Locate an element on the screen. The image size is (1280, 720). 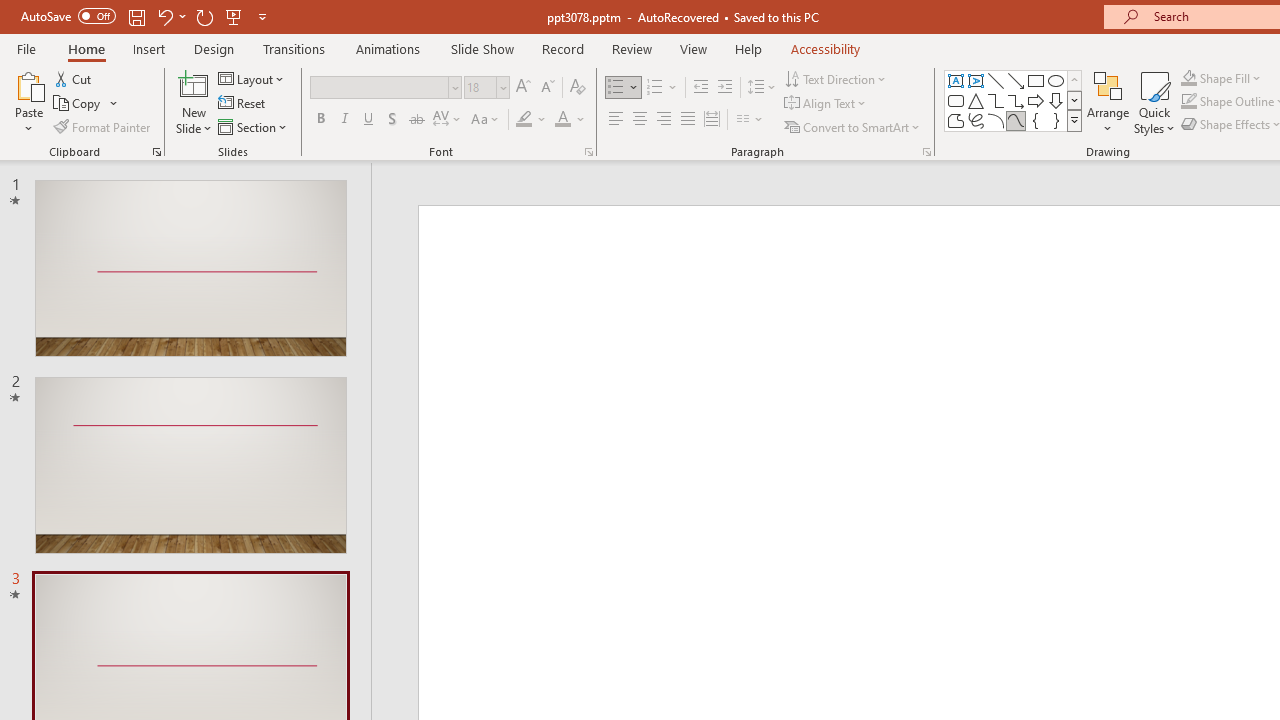
'Quick Access Toolbar' is located at coordinates (144, 16).